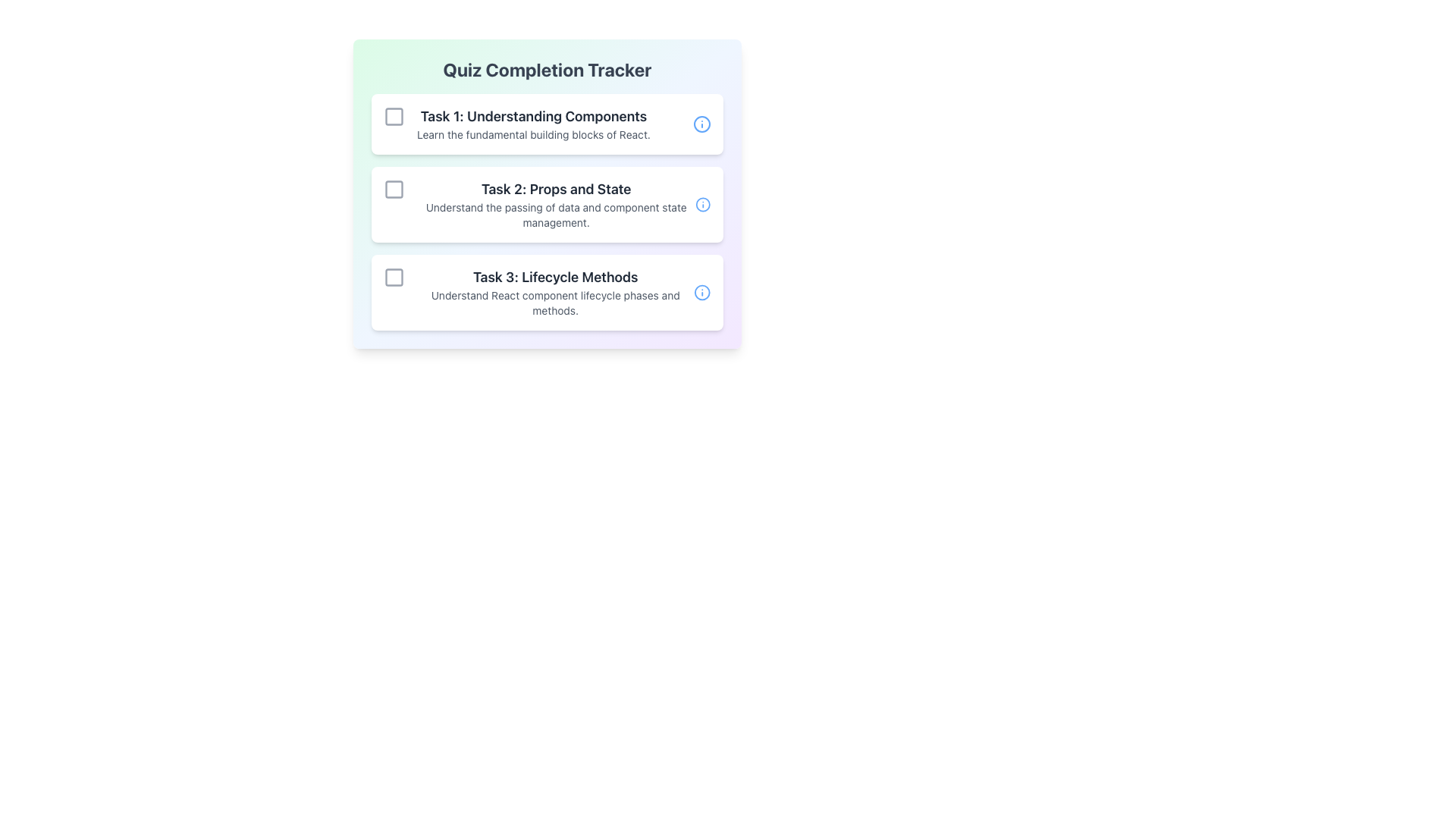 The image size is (1456, 819). I want to click on the checkbox for 'Task 3: Lifecycle Methods', so click(394, 278).